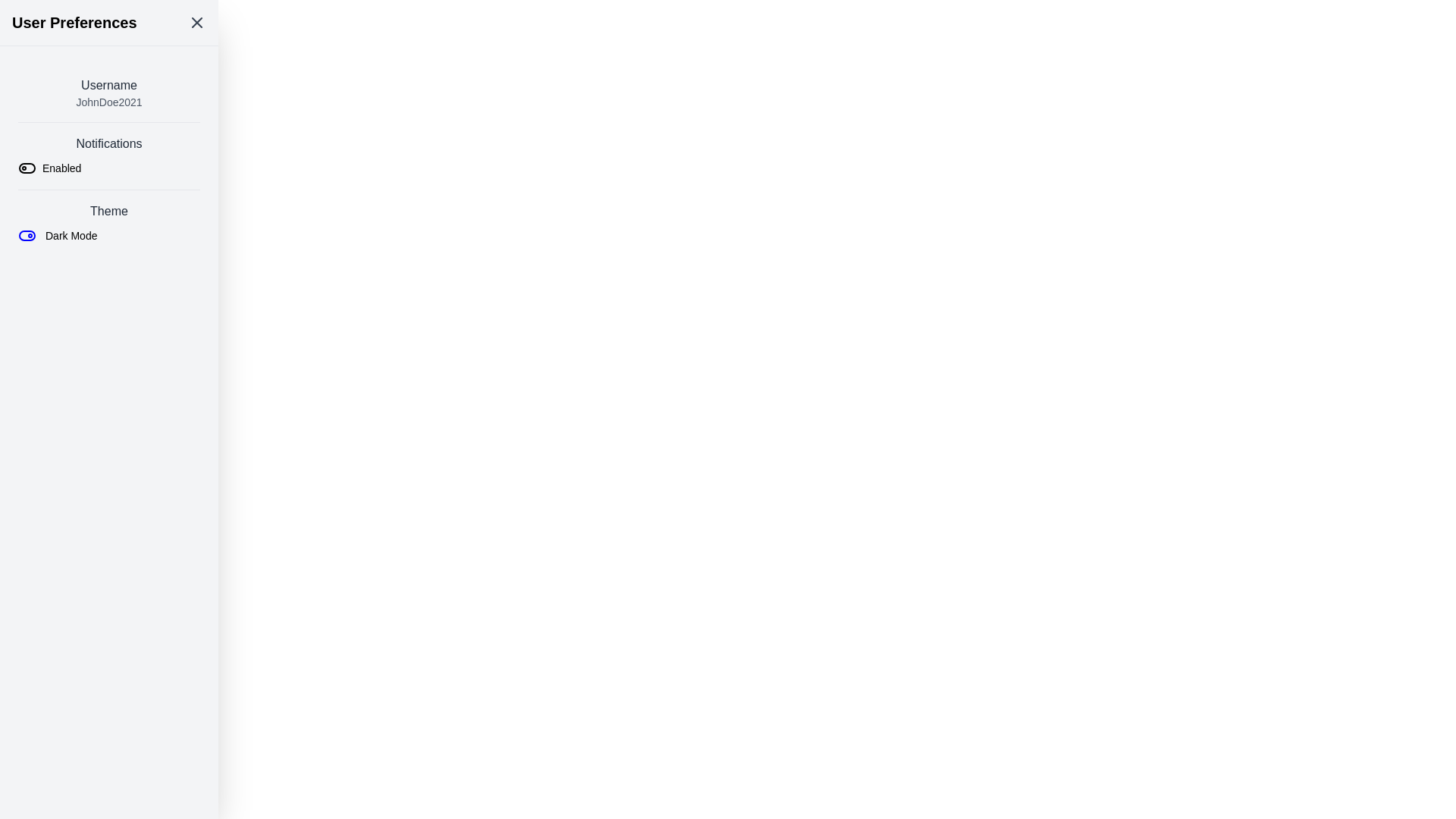 The height and width of the screenshot is (819, 1456). Describe the element at coordinates (108, 211) in the screenshot. I see `the label indicating the purpose of the section below, which deals with the theme settings, located in the 'ThemeDark Mode' section above the 'Dark Mode' text and toggle components` at that location.